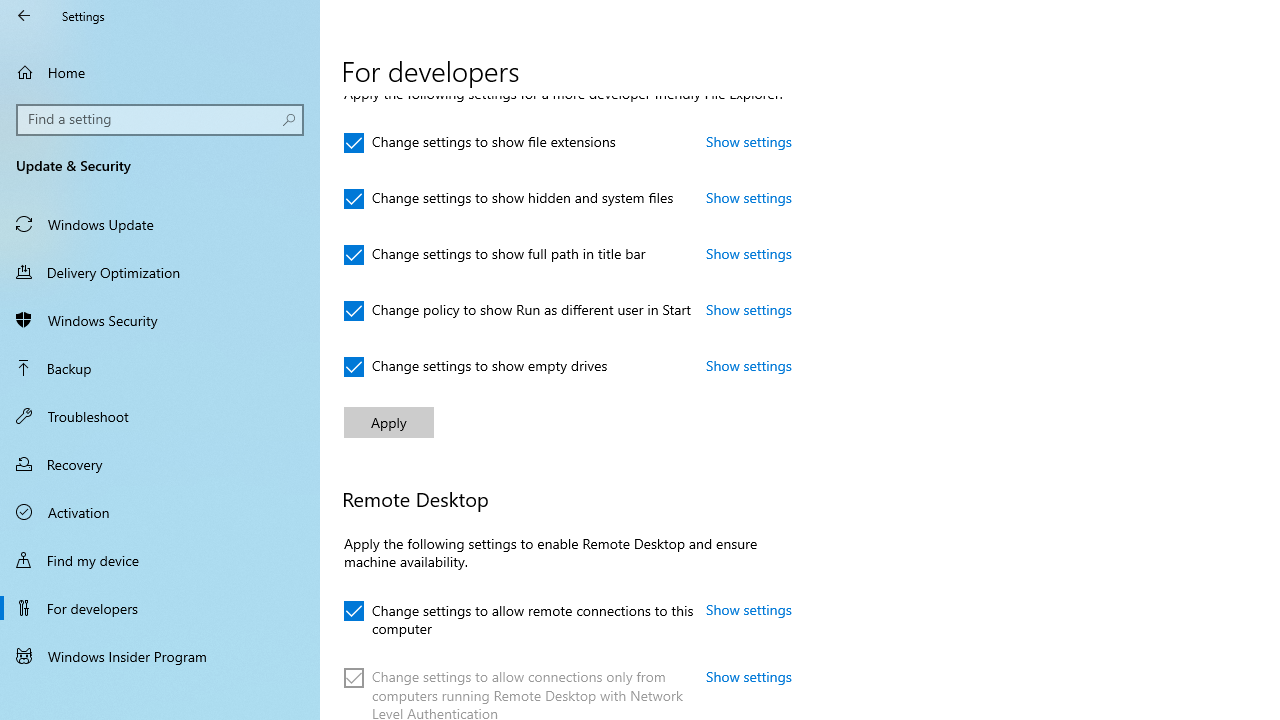 The image size is (1280, 720). What do you see at coordinates (748, 365) in the screenshot?
I see `'Show settings: Change settings to show empty drives'` at bounding box center [748, 365].